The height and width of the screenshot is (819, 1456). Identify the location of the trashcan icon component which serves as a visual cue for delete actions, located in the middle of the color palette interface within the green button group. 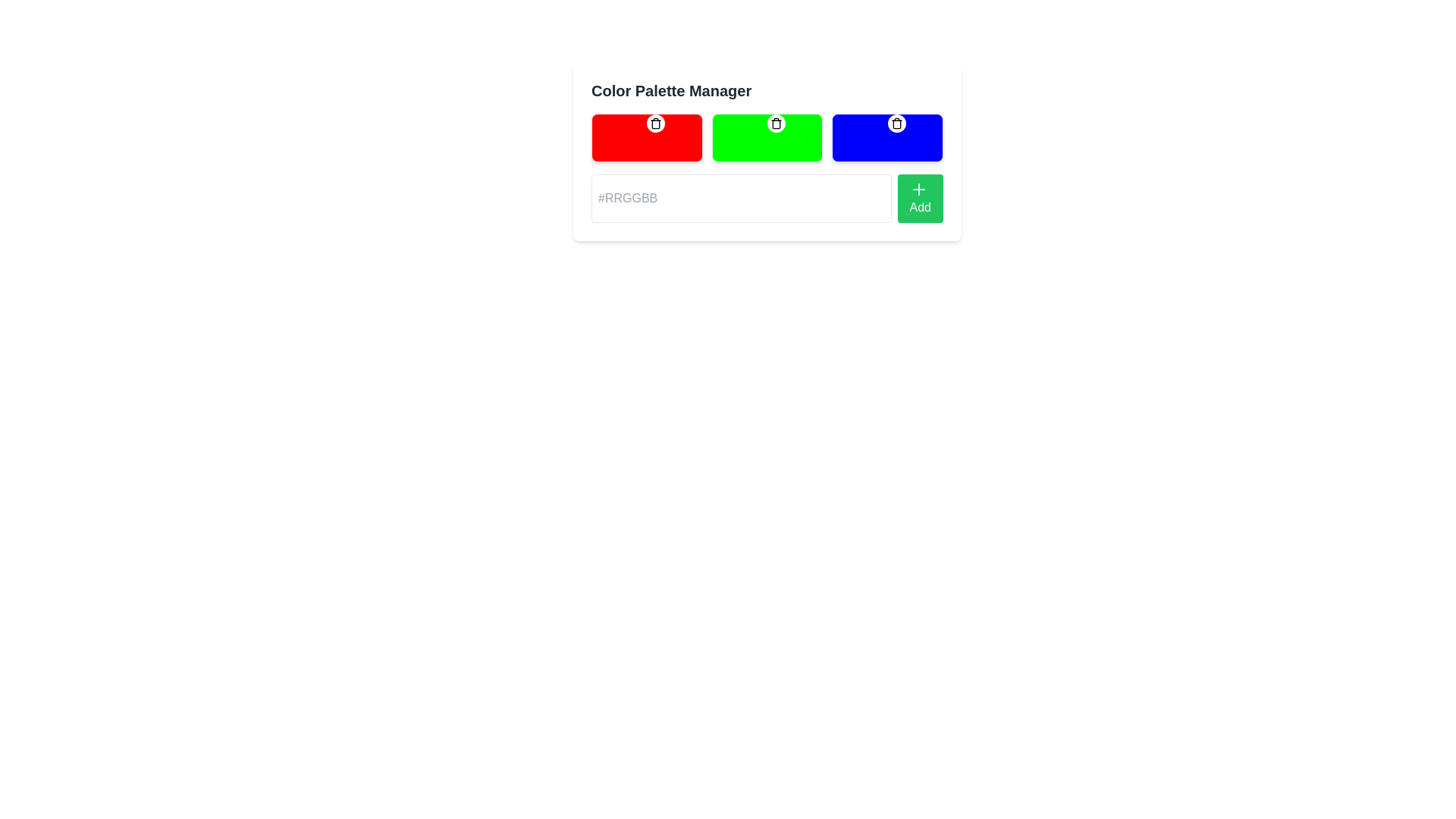
(776, 124).